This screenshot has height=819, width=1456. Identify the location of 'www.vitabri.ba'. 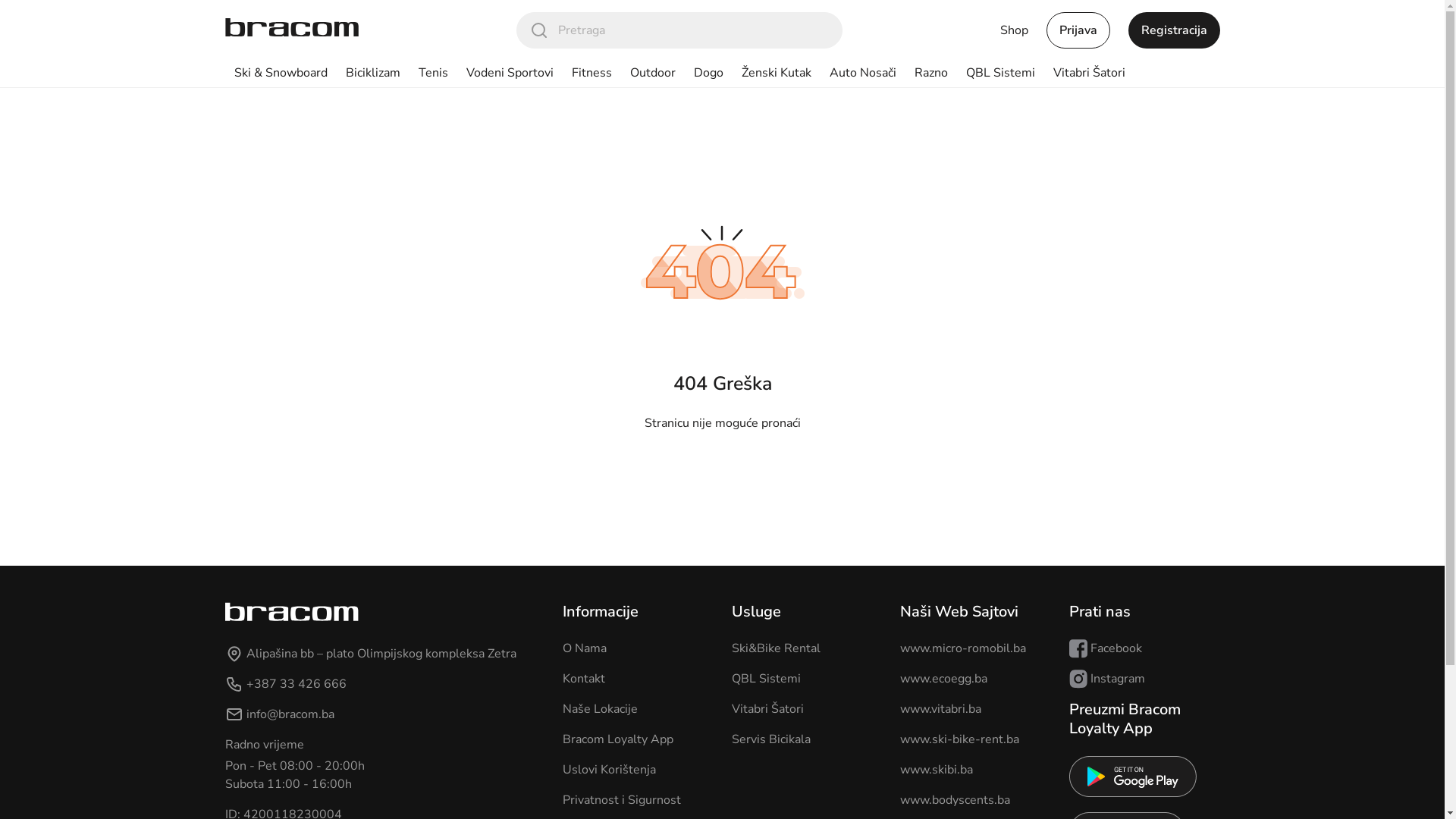
(940, 708).